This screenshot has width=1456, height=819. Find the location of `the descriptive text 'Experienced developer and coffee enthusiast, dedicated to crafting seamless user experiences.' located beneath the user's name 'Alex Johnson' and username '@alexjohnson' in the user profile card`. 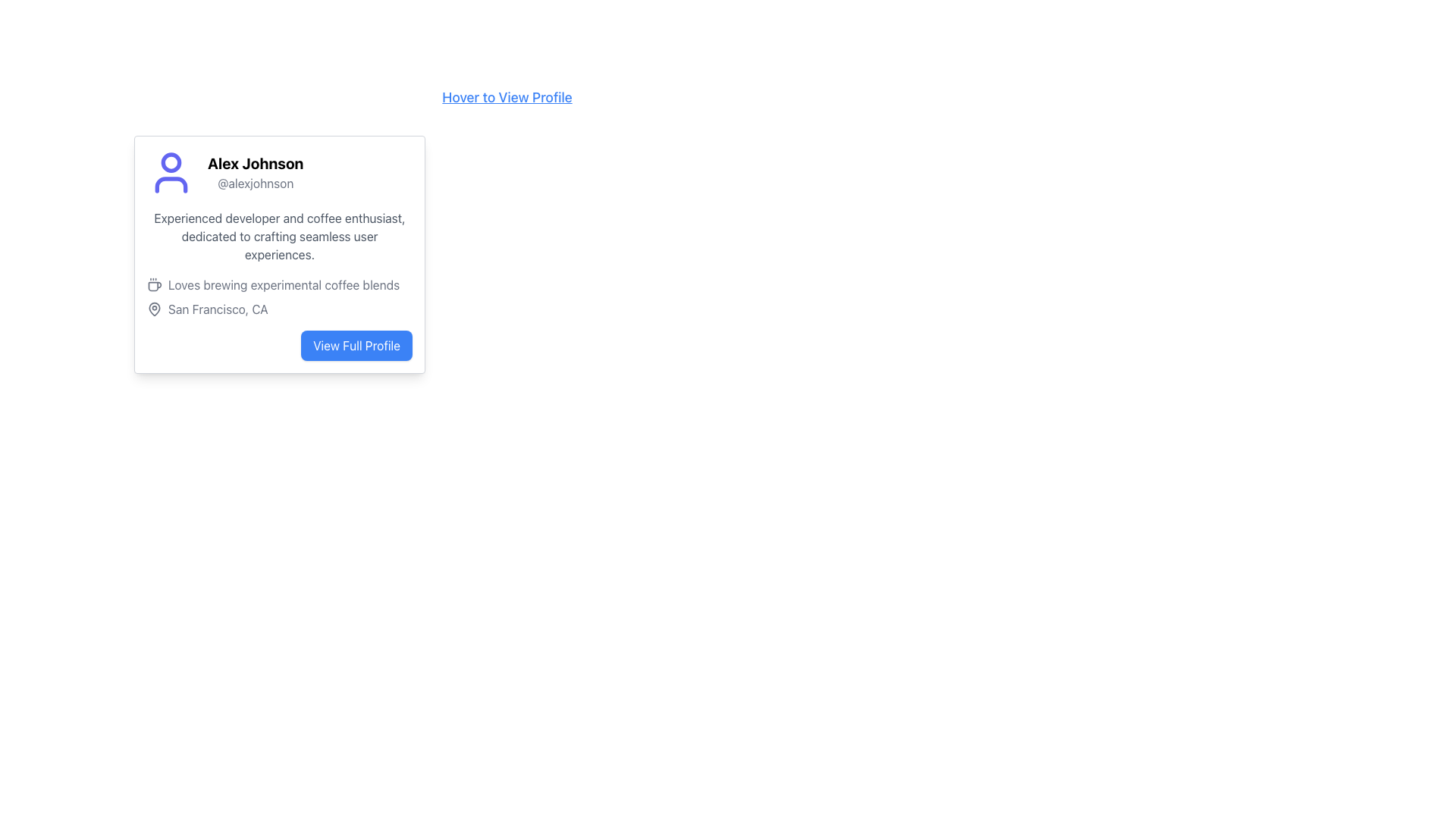

the descriptive text 'Experienced developer and coffee enthusiast, dedicated to crafting seamless user experiences.' located beneath the user's name 'Alex Johnson' and username '@alexjohnson' in the user profile card is located at coordinates (280, 237).